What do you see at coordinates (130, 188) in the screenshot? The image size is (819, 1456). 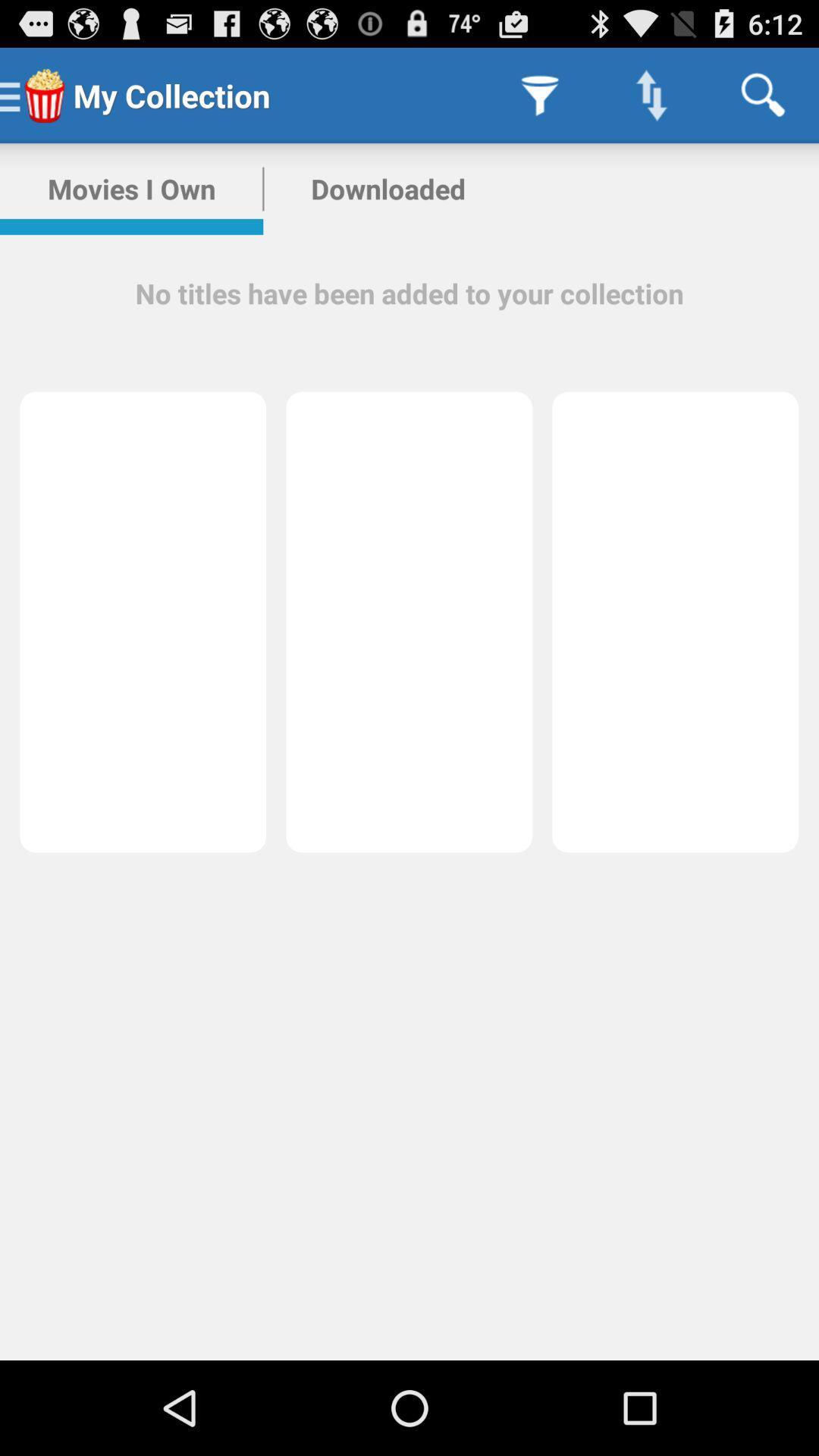 I see `the movies i own app` at bounding box center [130, 188].